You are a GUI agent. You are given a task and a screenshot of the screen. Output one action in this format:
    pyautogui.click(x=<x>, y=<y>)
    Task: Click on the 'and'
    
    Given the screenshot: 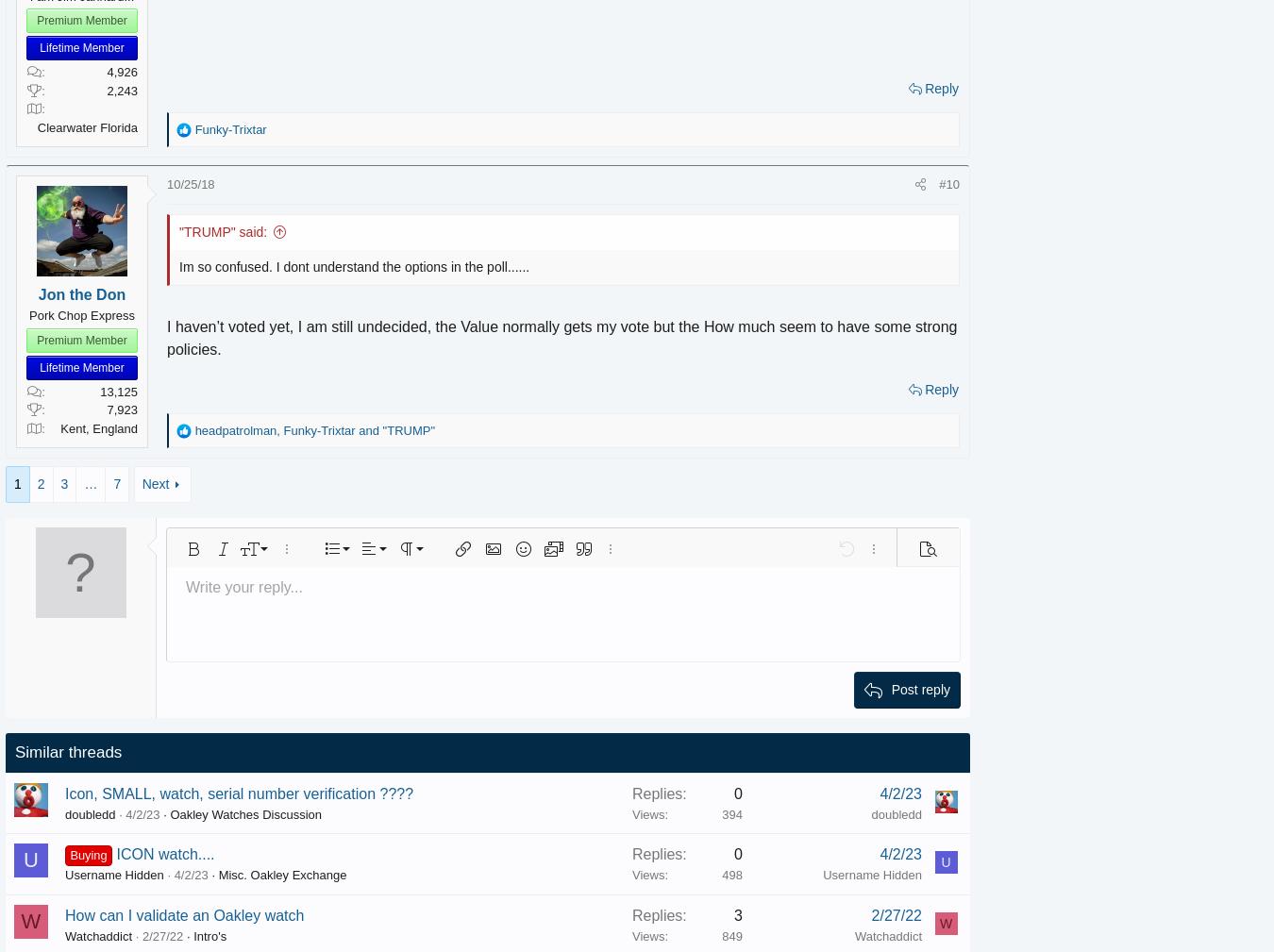 What is the action you would take?
    pyautogui.click(x=395, y=428)
    